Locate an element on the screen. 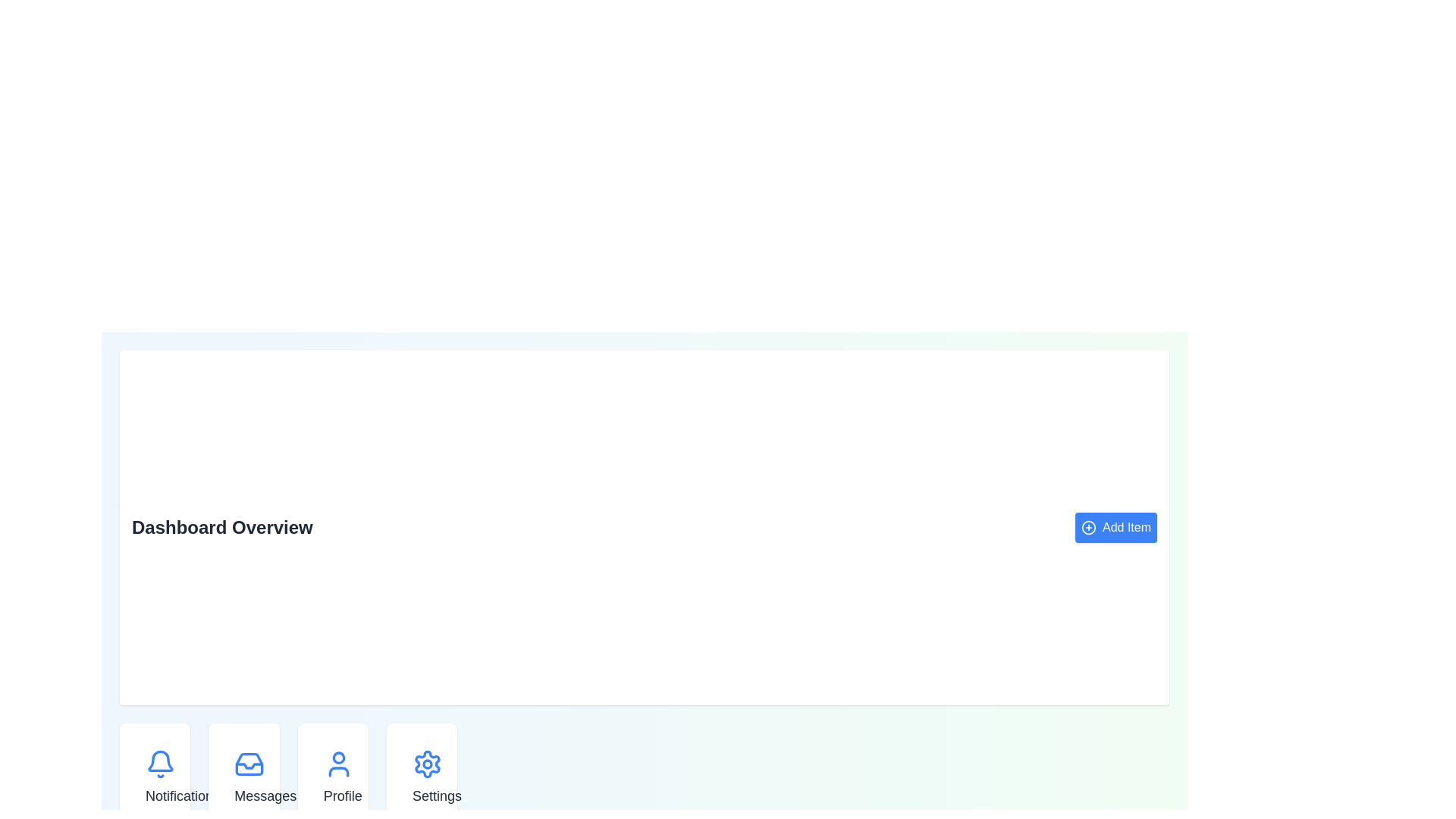 This screenshot has height=819, width=1456. the 'Add Item' button which contains a circular plus icon is located at coordinates (1087, 526).